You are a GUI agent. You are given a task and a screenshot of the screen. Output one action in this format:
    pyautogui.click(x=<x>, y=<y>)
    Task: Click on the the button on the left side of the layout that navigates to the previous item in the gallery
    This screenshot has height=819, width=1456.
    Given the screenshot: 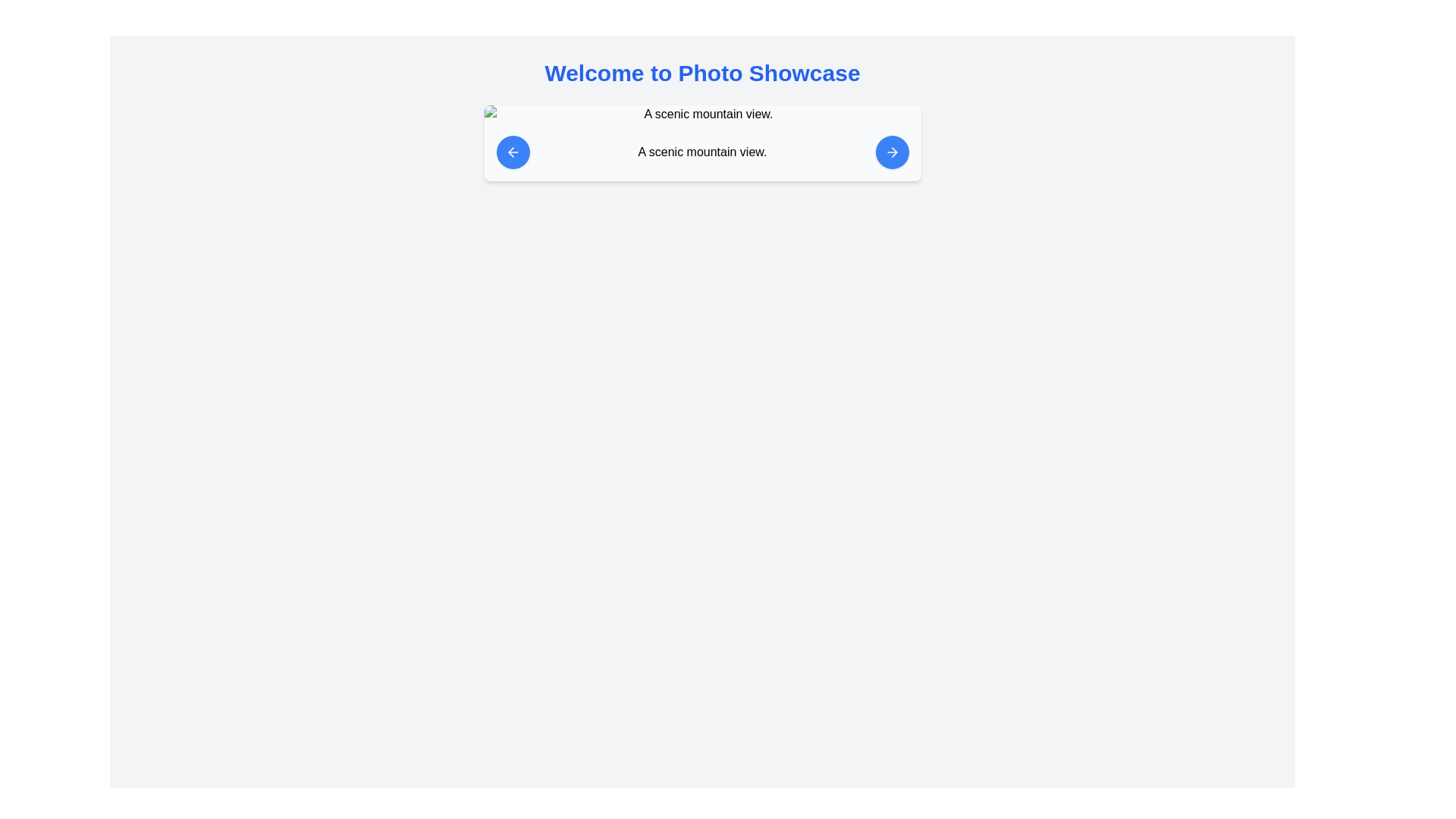 What is the action you would take?
    pyautogui.click(x=513, y=152)
    